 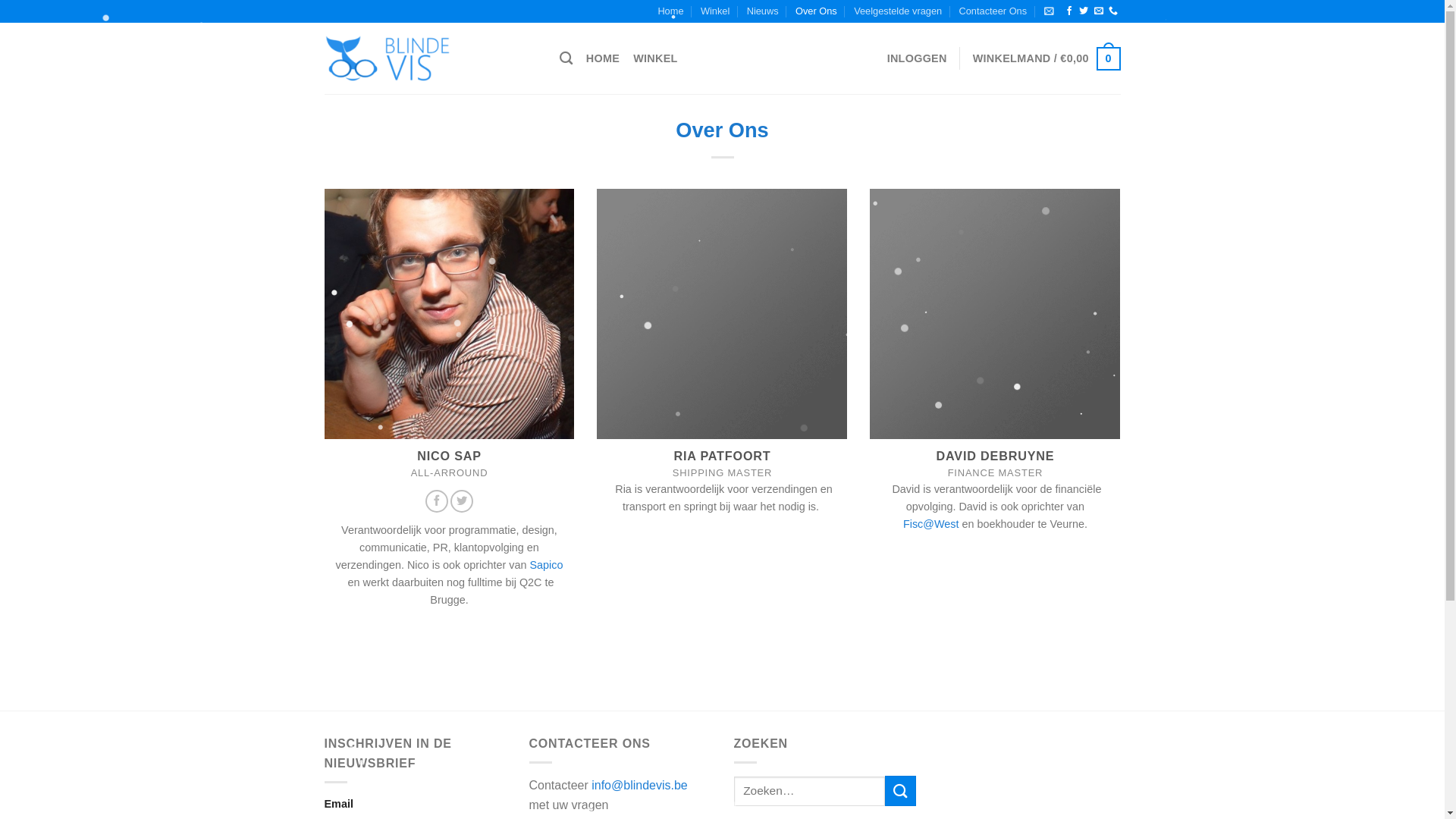 What do you see at coordinates (854, 11) in the screenshot?
I see `'Veelgestelde vragen'` at bounding box center [854, 11].